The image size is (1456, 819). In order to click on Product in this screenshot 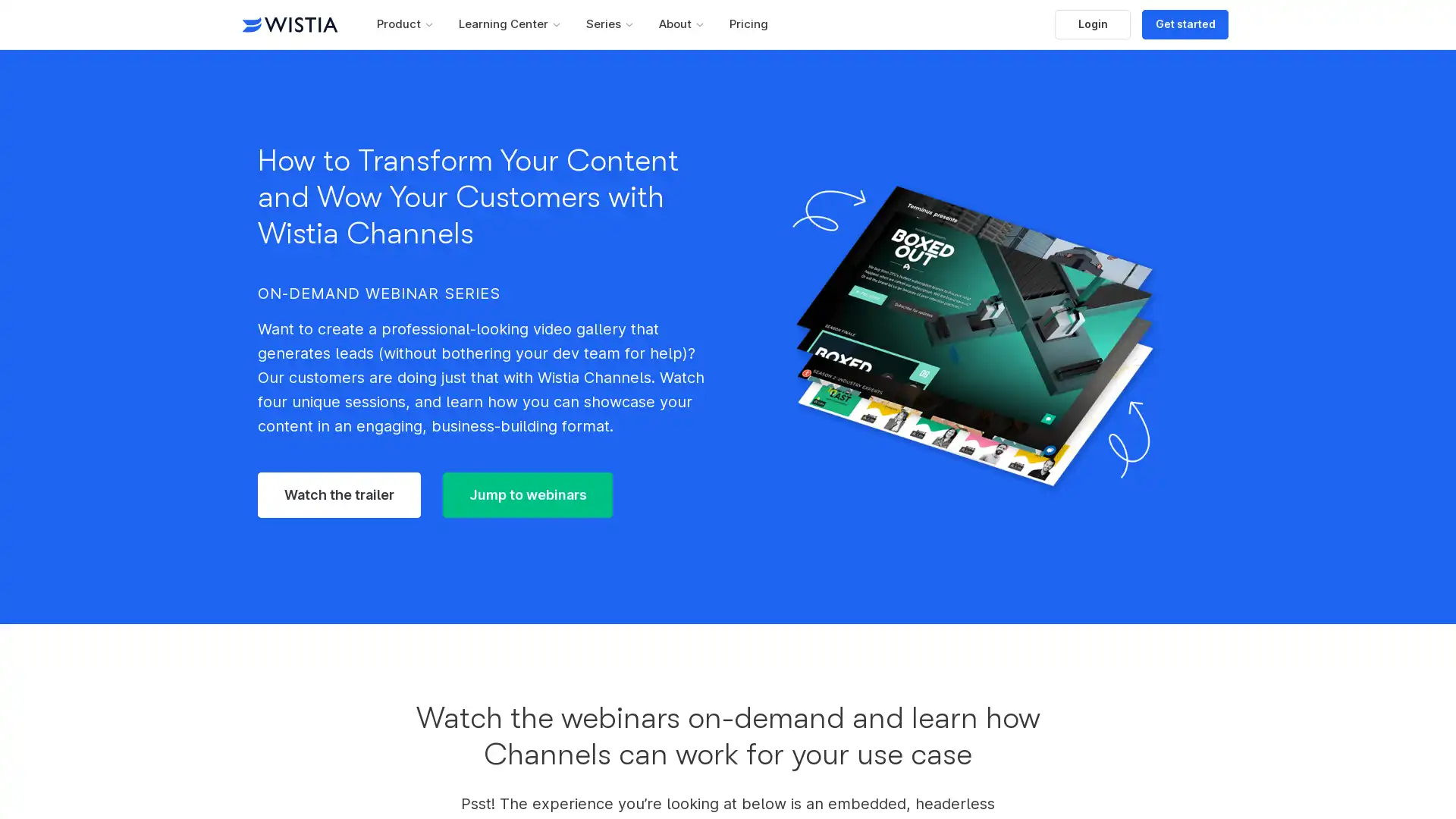, I will do `click(403, 24)`.